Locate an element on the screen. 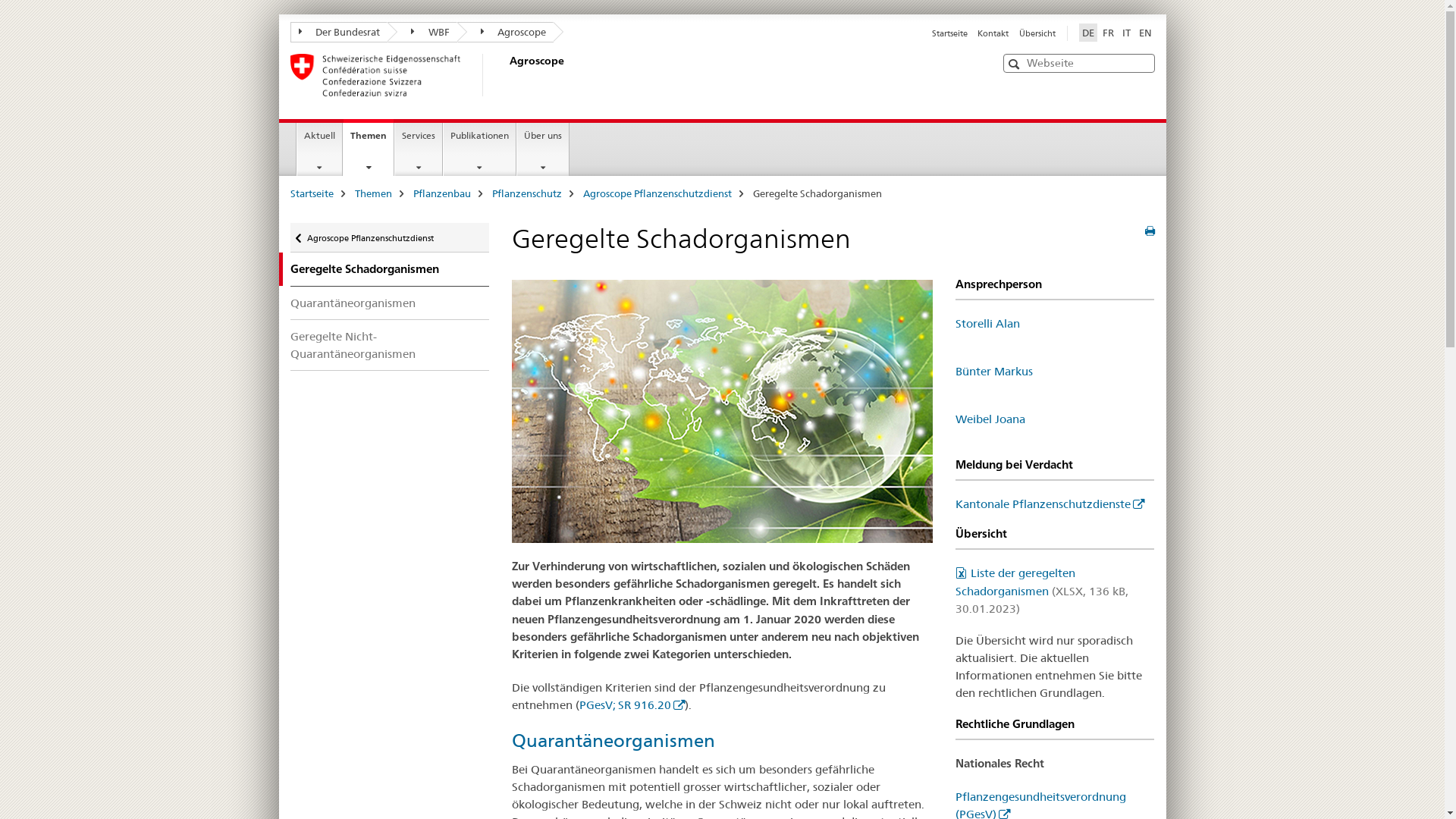 This screenshot has height=819, width=1456. 'Pflanzenschutz' is located at coordinates (526, 192).